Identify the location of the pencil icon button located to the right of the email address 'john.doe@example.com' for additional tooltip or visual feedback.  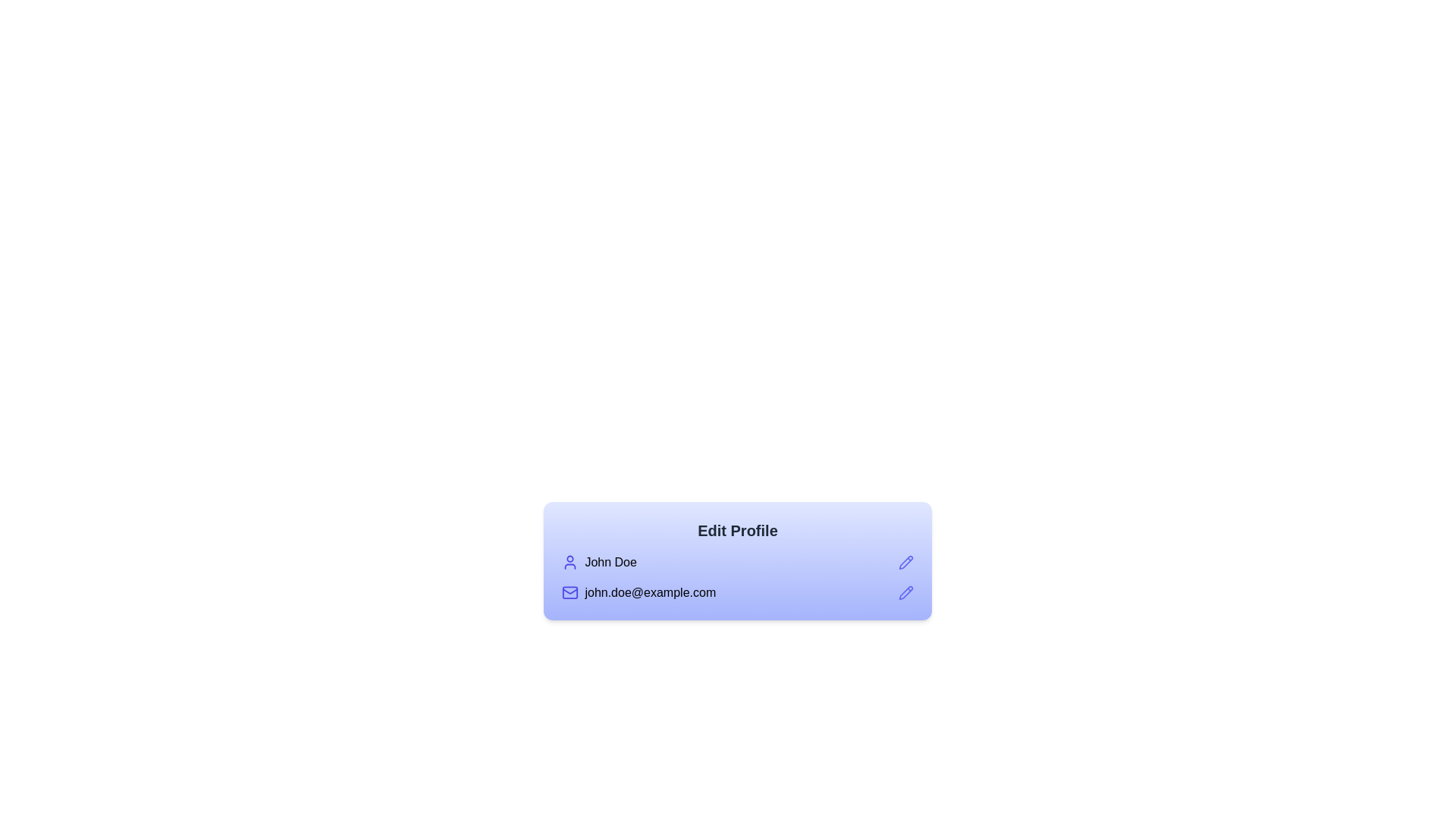
(906, 592).